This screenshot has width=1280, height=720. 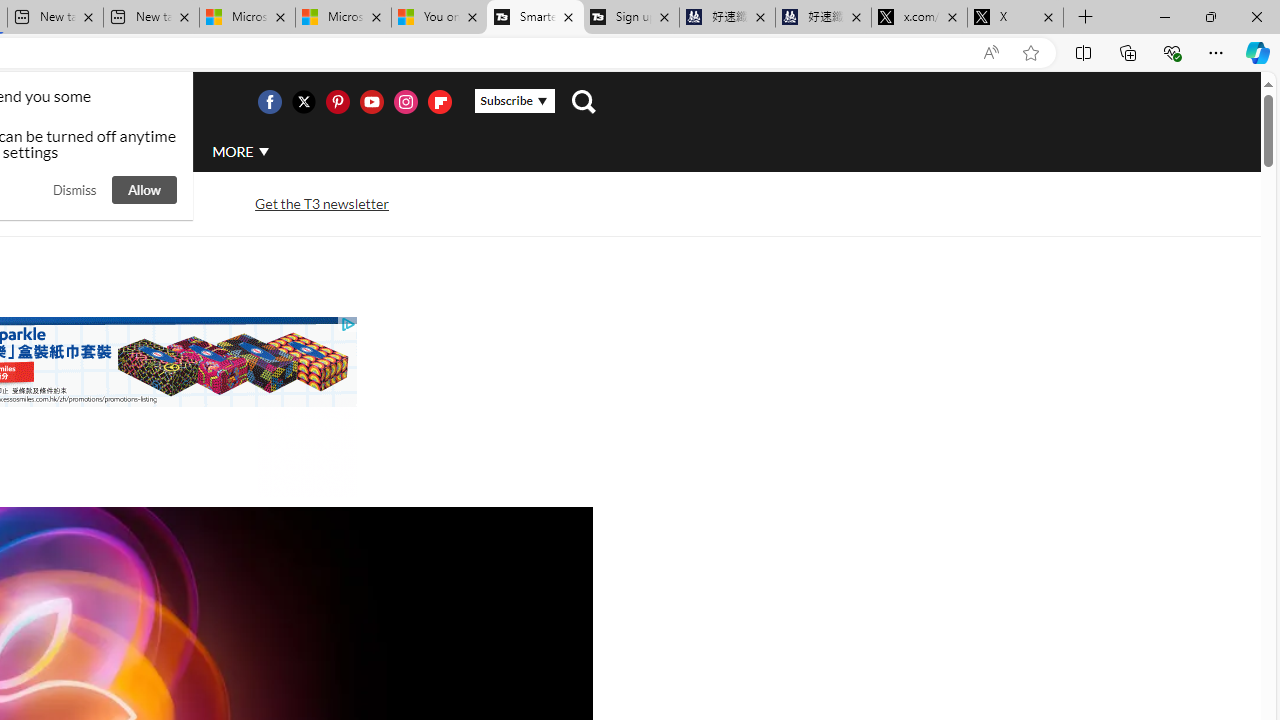 I want to click on 'Visit us on Youtube', so click(x=371, y=101).